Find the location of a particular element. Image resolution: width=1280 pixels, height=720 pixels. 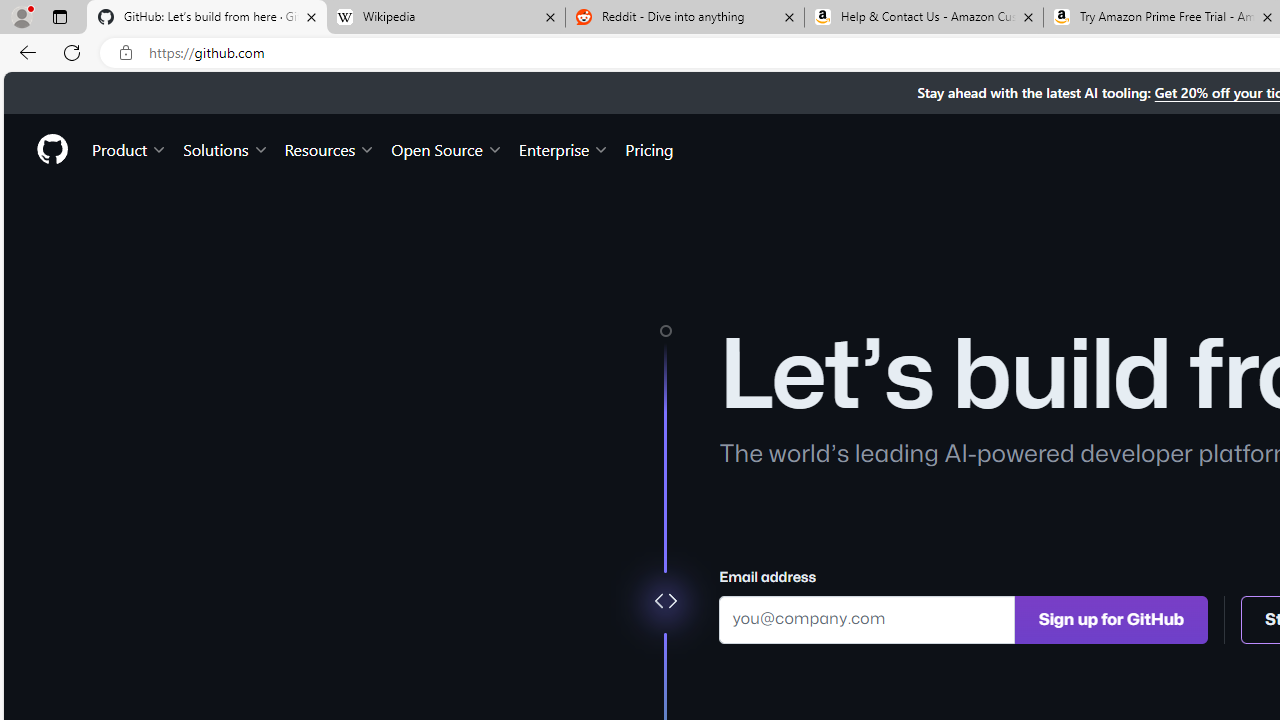

'Email address' is located at coordinates (867, 618).